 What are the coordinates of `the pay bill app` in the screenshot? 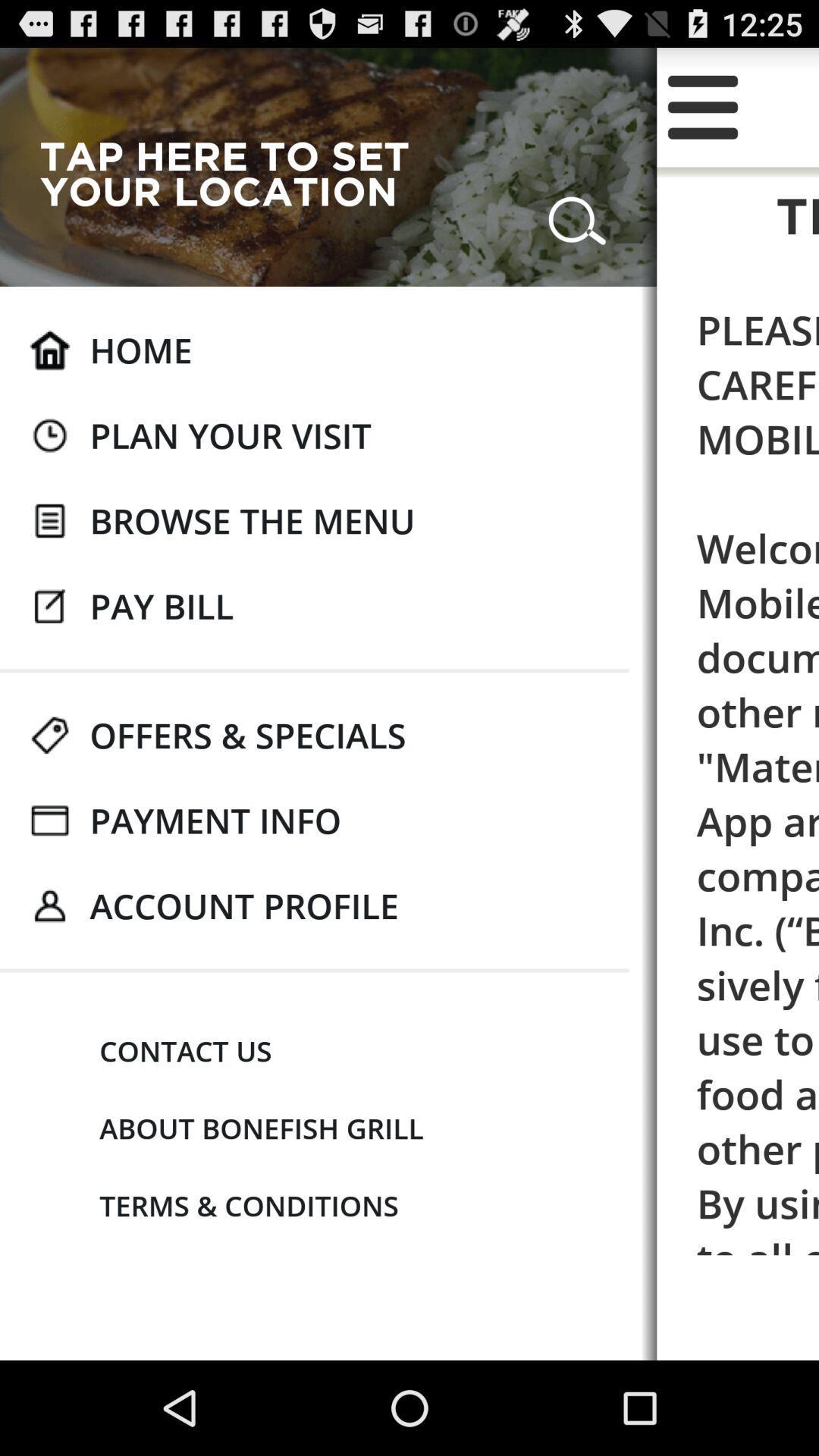 It's located at (162, 605).